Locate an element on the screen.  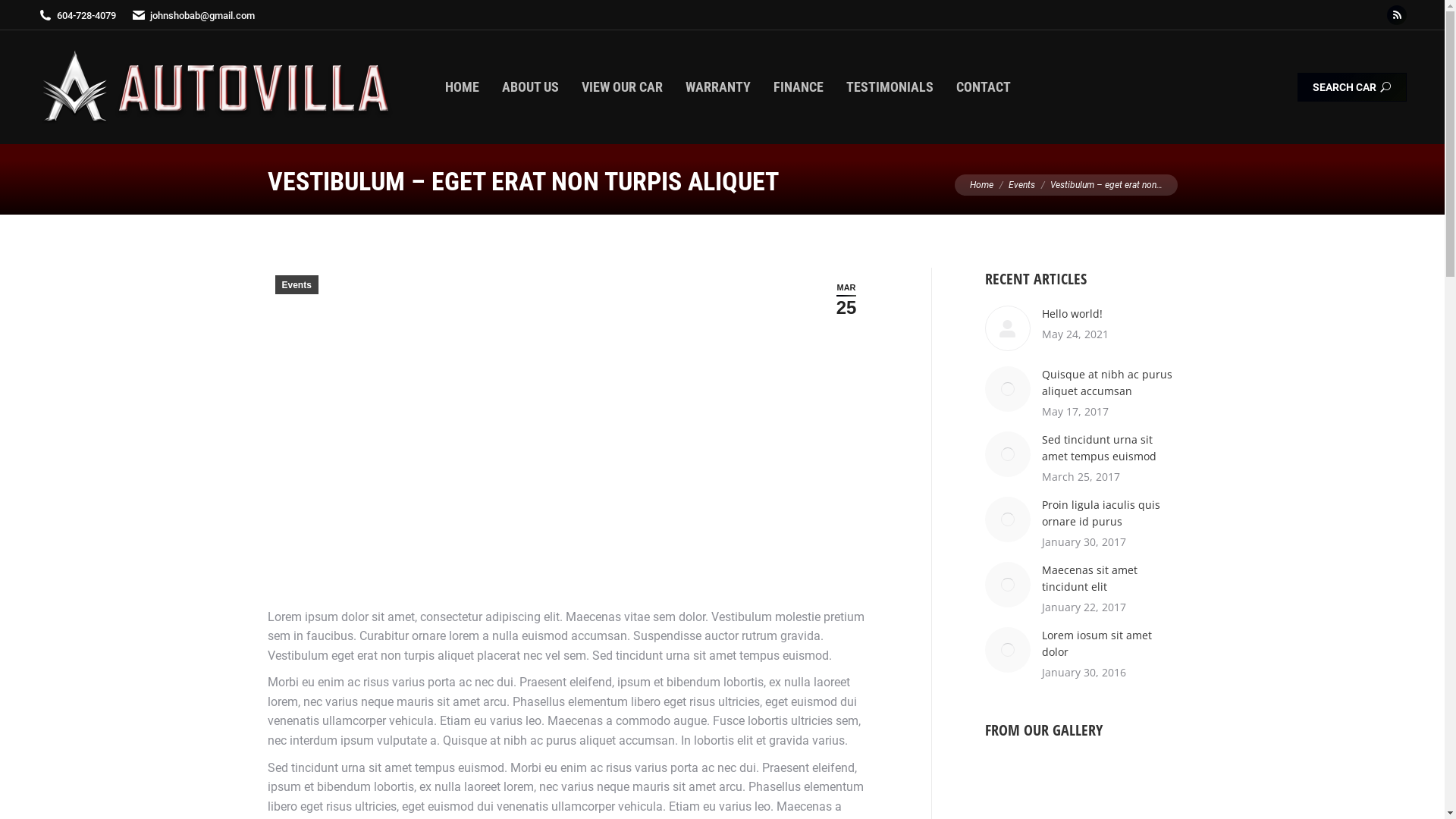
'Proin ligula iaculis quis ornare id purus' is located at coordinates (1109, 513).